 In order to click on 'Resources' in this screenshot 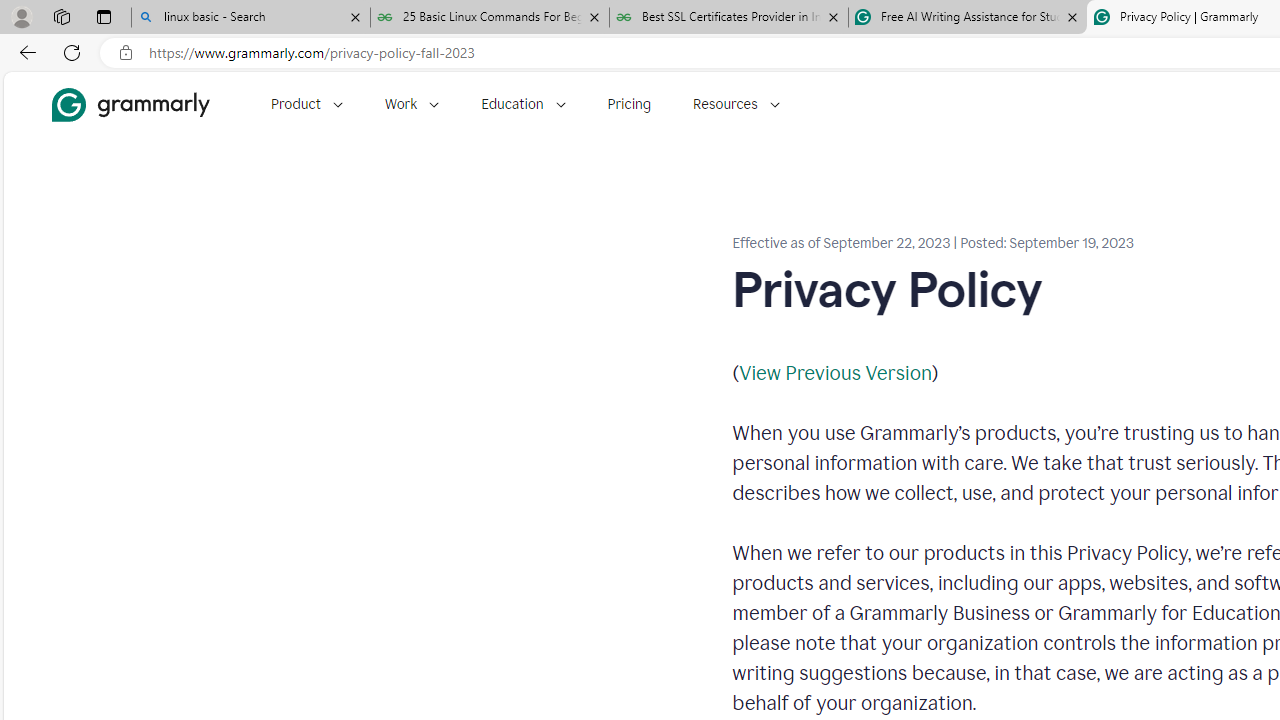, I will do `click(735, 104)`.